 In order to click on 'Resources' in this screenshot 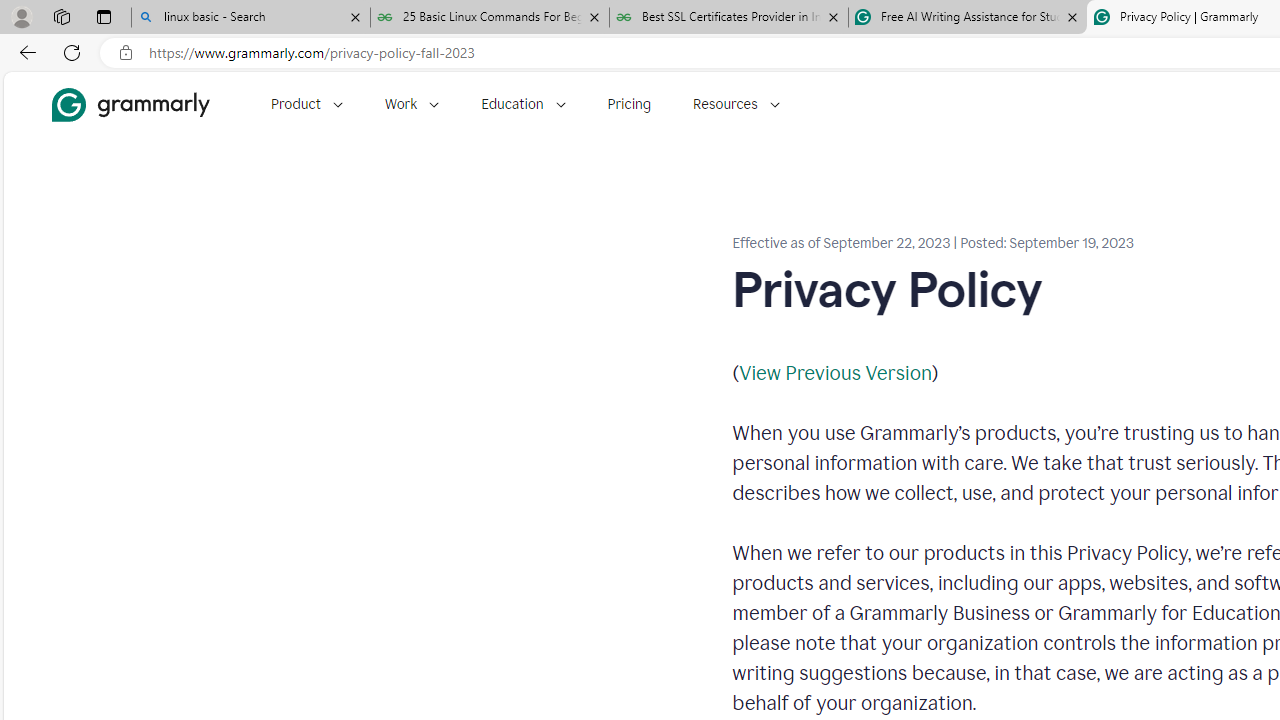, I will do `click(735, 104)`.